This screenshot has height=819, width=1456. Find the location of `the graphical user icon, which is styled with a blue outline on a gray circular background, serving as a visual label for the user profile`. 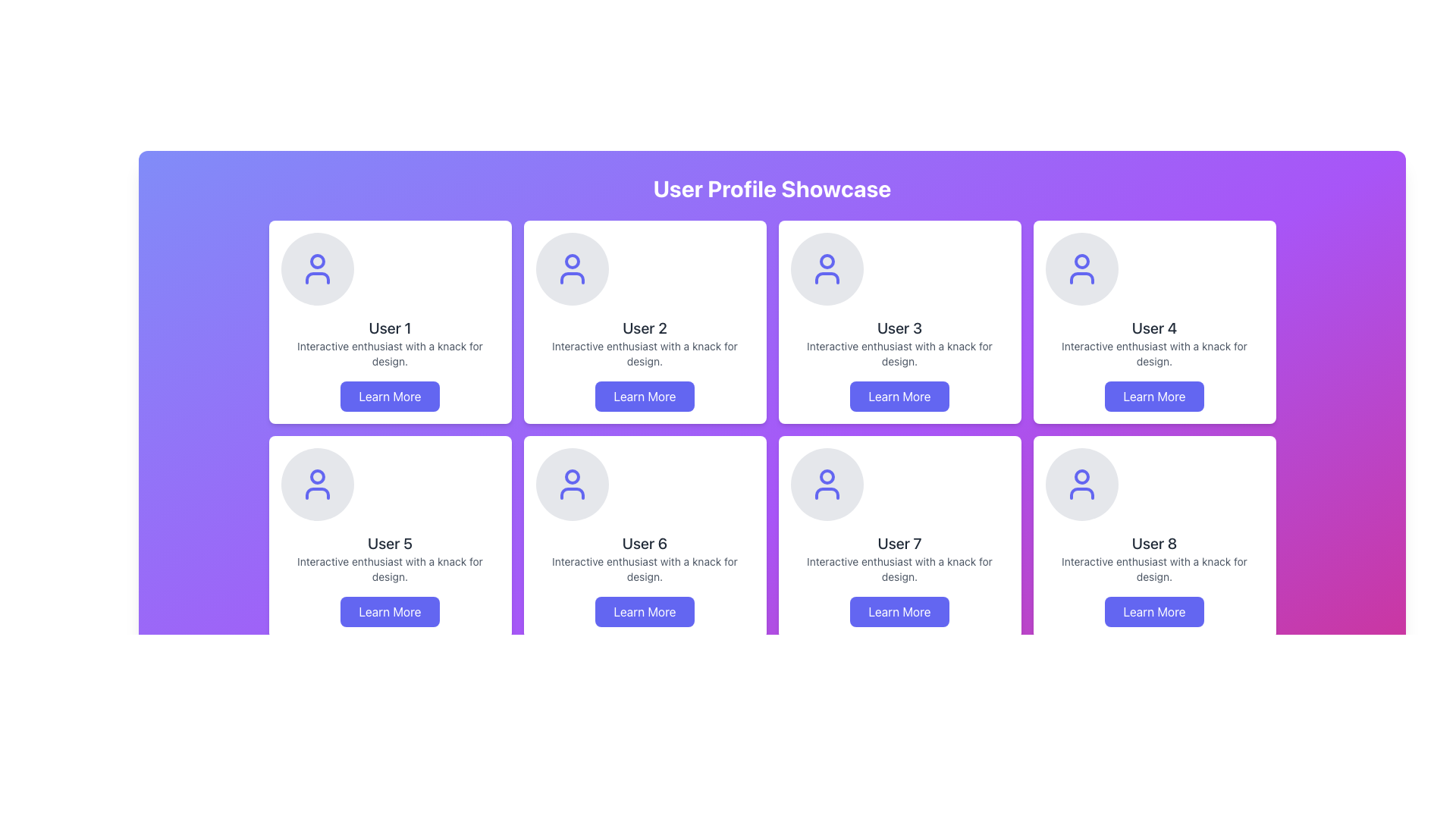

the graphical user icon, which is styled with a blue outline on a gray circular background, serving as a visual label for the user profile is located at coordinates (571, 268).